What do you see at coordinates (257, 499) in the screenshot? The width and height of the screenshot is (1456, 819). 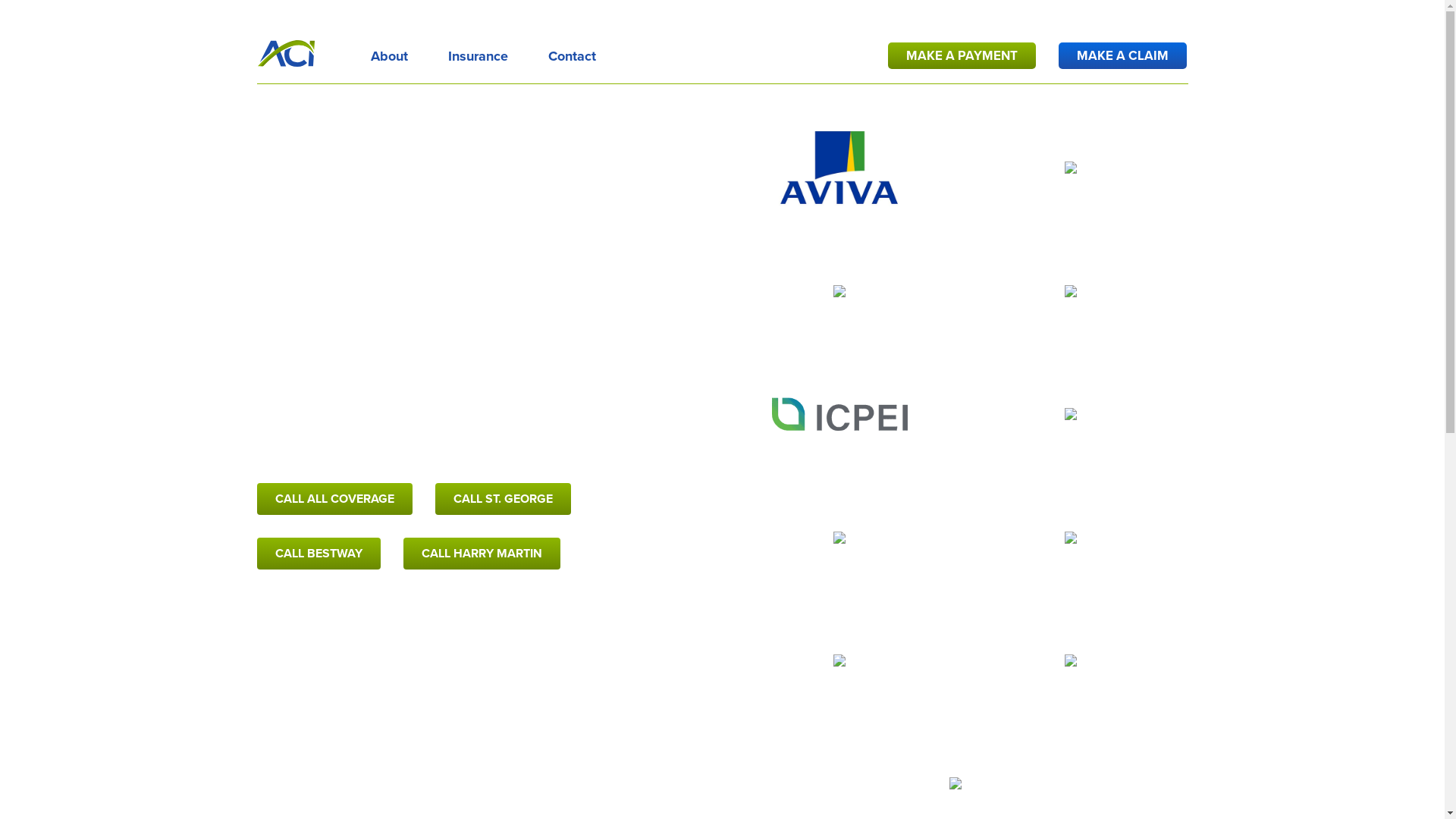 I see `'CALL ALL COVERAGE'` at bounding box center [257, 499].